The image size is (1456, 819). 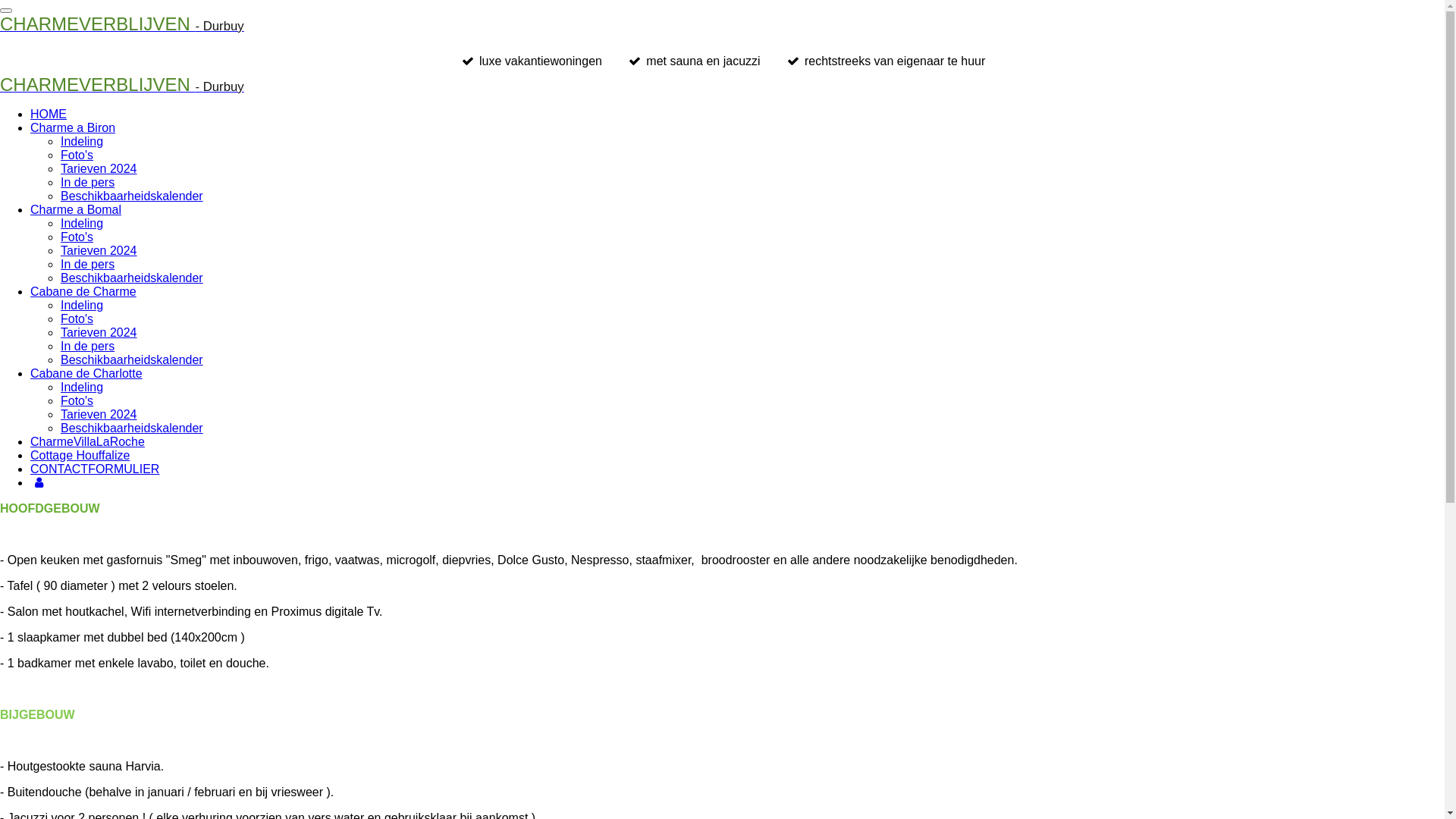 What do you see at coordinates (86, 441) in the screenshot?
I see `'CharmeVillaLaRoche'` at bounding box center [86, 441].